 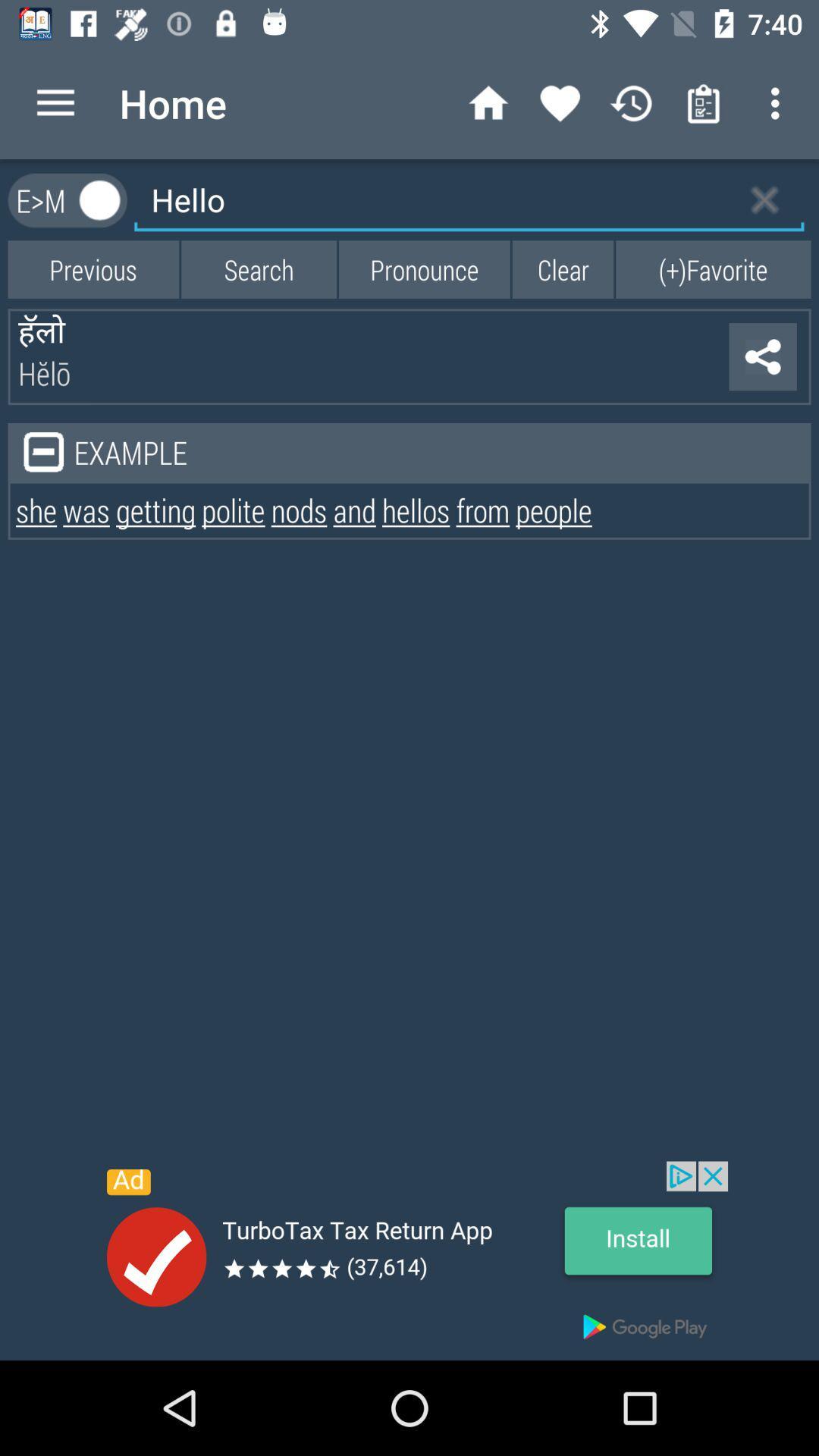 I want to click on app advertisement, so click(x=409, y=1260).